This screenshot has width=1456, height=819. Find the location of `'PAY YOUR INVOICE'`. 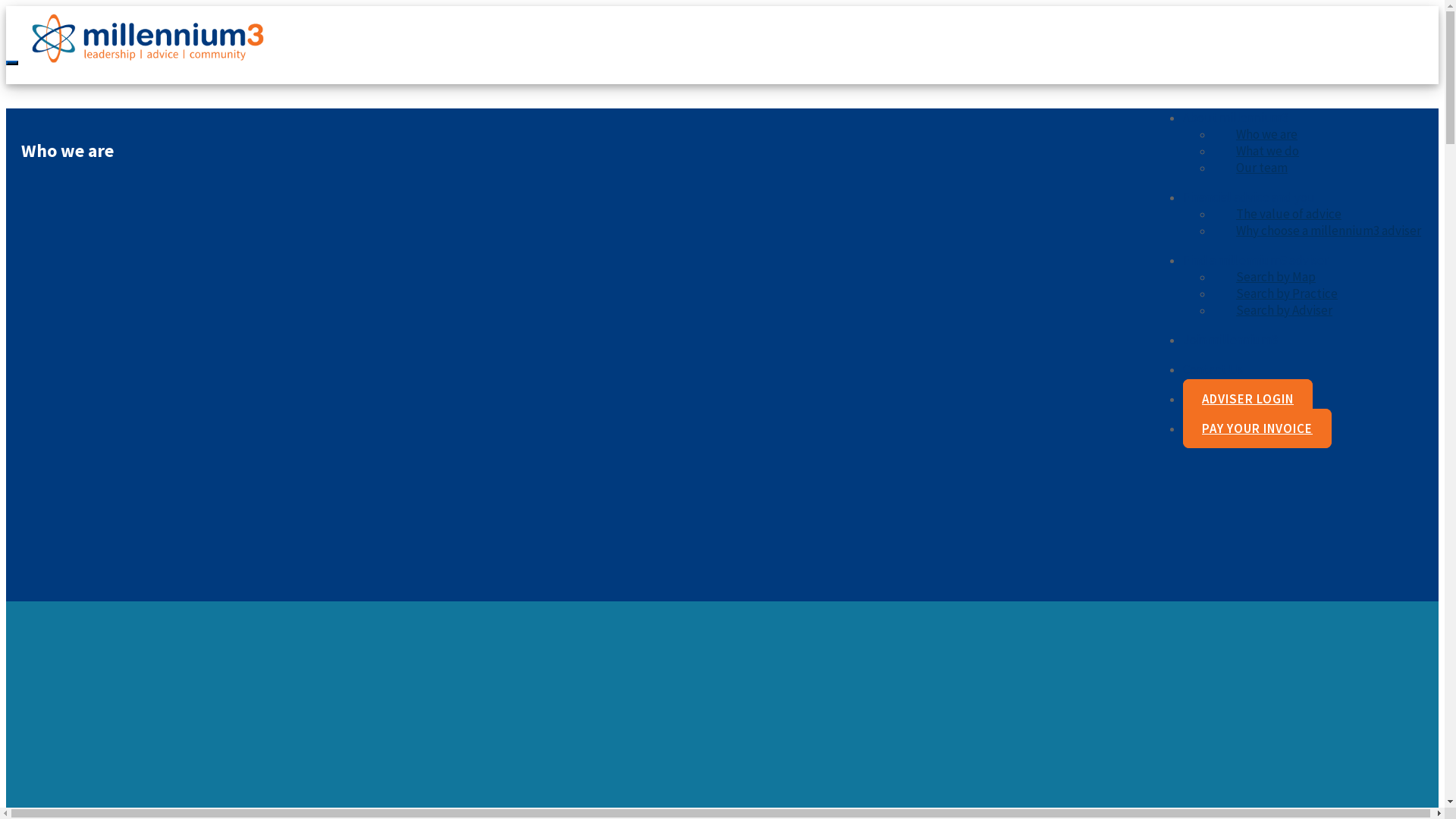

'PAY YOUR INVOICE' is located at coordinates (1257, 428).